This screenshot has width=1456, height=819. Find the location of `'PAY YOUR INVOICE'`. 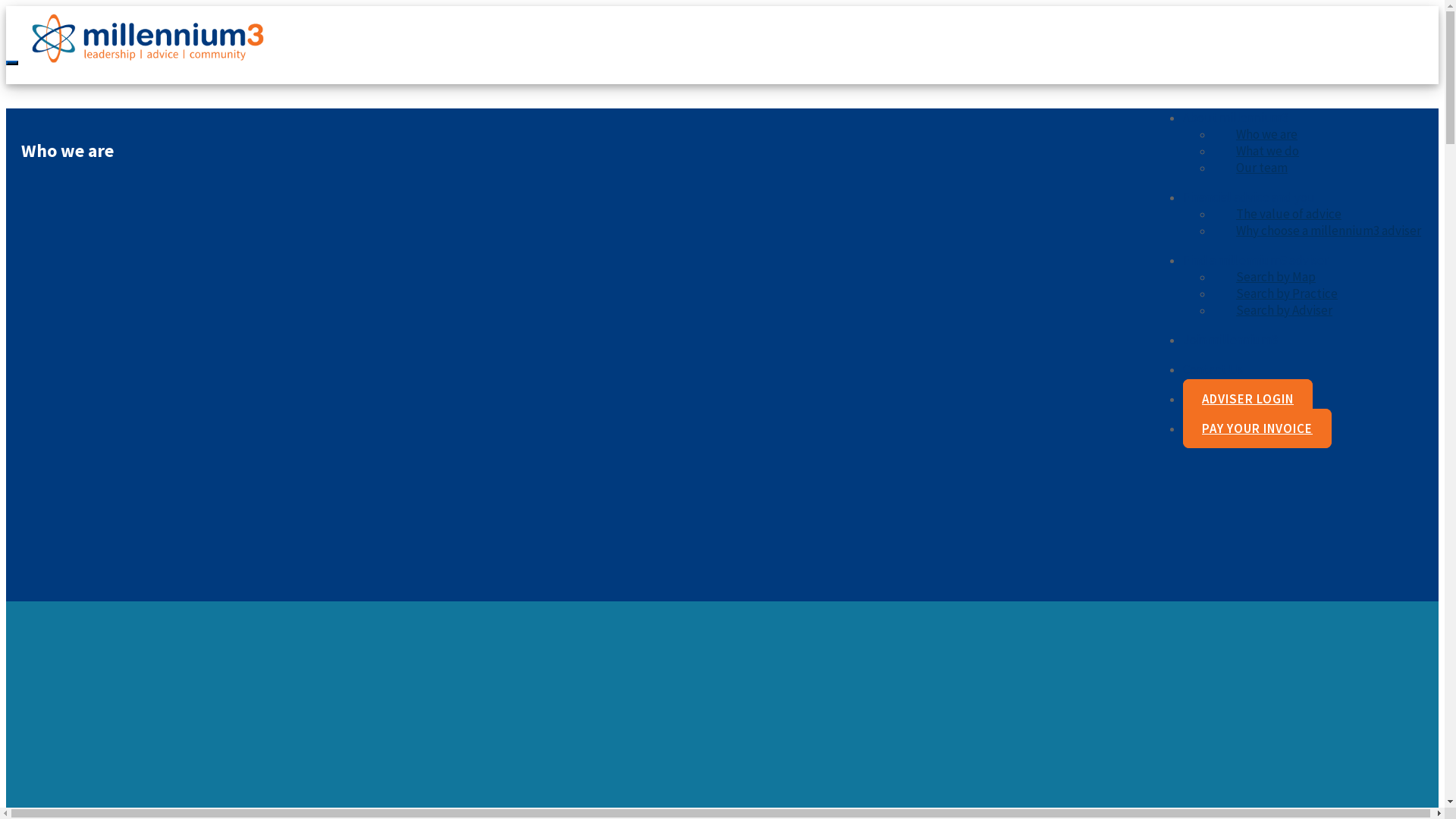

'PAY YOUR INVOICE' is located at coordinates (1257, 428).